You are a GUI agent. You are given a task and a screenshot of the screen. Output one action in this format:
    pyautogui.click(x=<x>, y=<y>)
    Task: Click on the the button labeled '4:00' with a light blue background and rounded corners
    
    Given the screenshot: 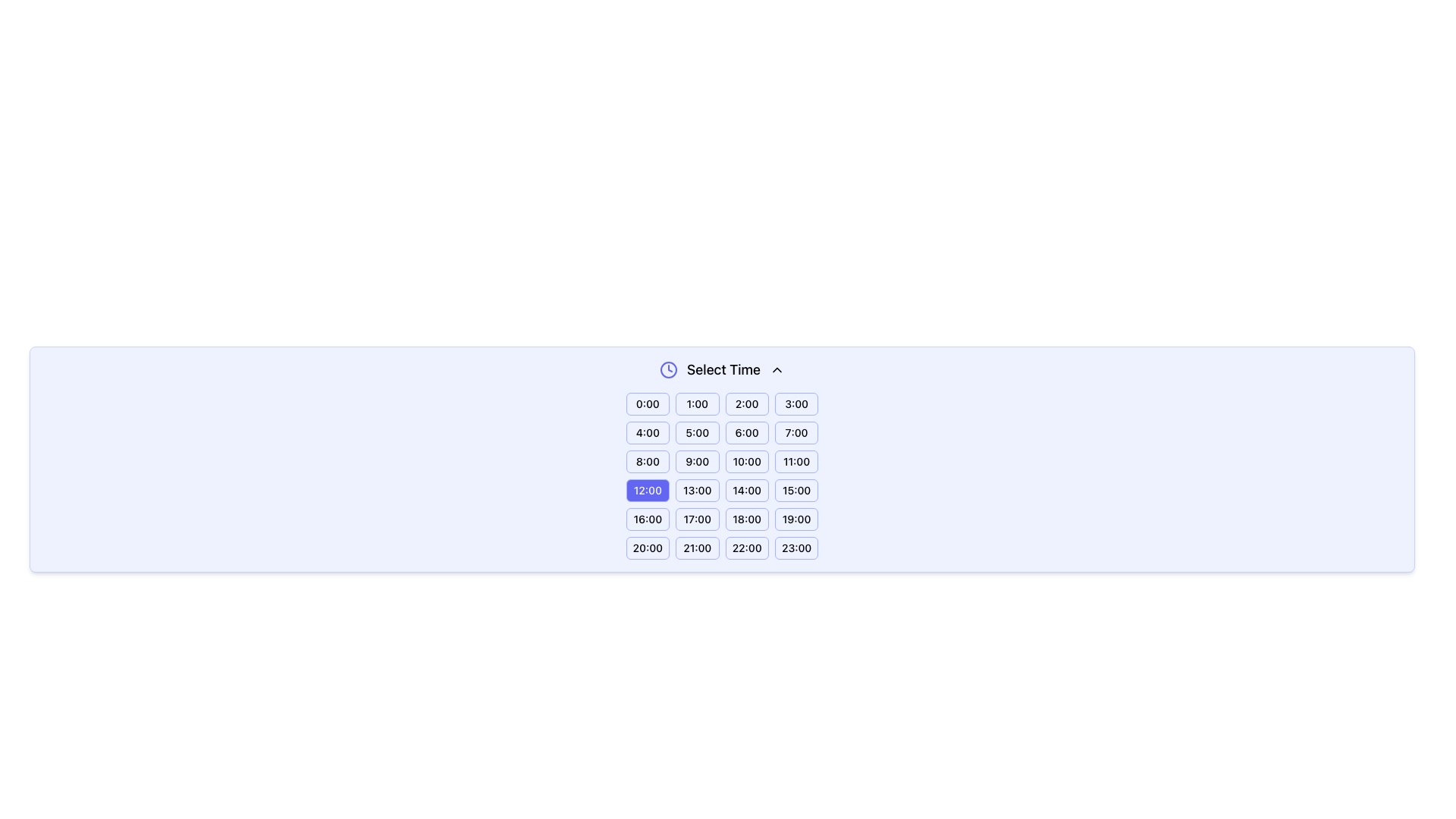 What is the action you would take?
    pyautogui.click(x=648, y=432)
    